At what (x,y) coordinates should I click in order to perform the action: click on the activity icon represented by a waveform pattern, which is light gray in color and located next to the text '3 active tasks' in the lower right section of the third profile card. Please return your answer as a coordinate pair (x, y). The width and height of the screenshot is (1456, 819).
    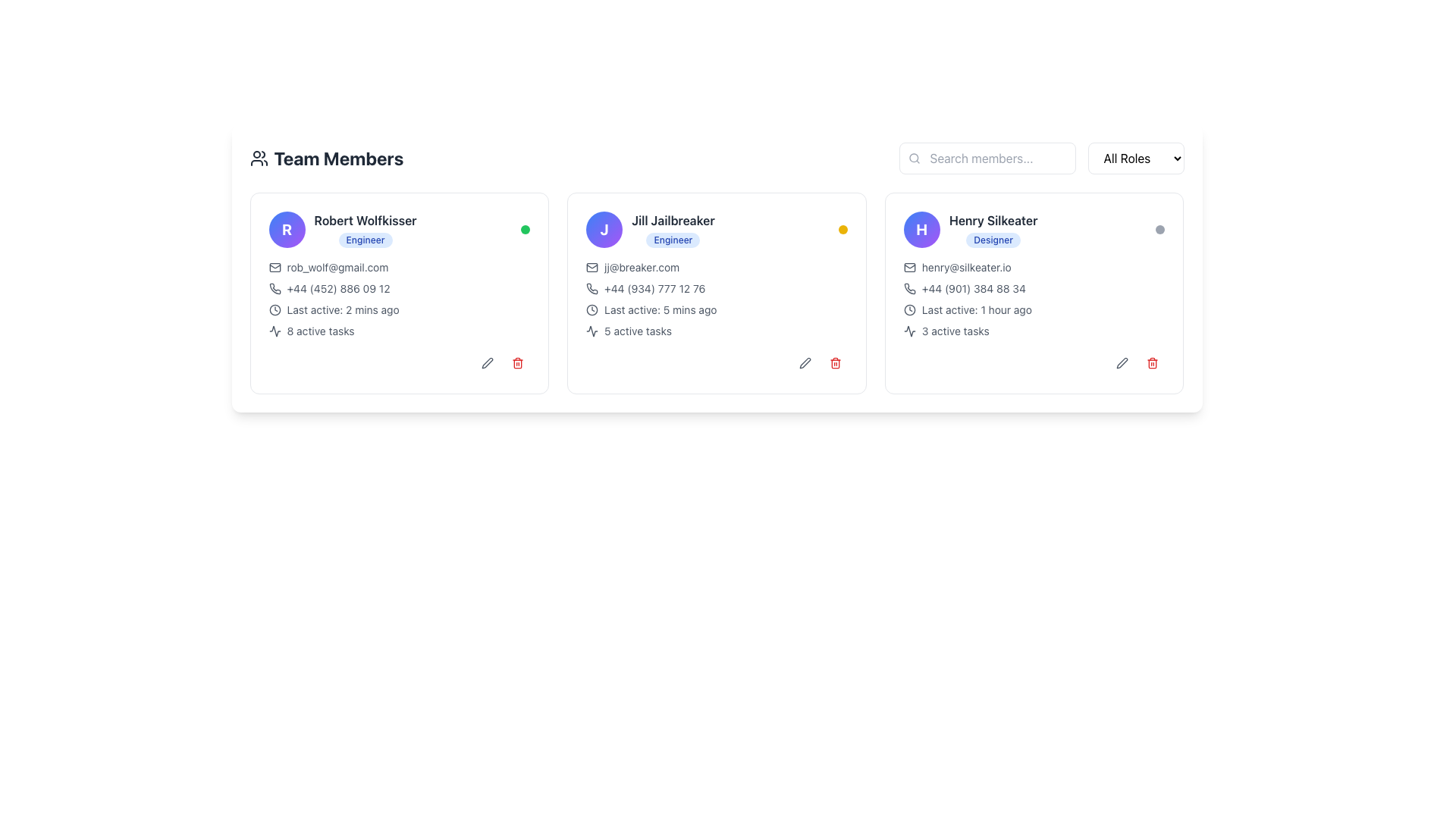
    Looking at the image, I should click on (909, 330).